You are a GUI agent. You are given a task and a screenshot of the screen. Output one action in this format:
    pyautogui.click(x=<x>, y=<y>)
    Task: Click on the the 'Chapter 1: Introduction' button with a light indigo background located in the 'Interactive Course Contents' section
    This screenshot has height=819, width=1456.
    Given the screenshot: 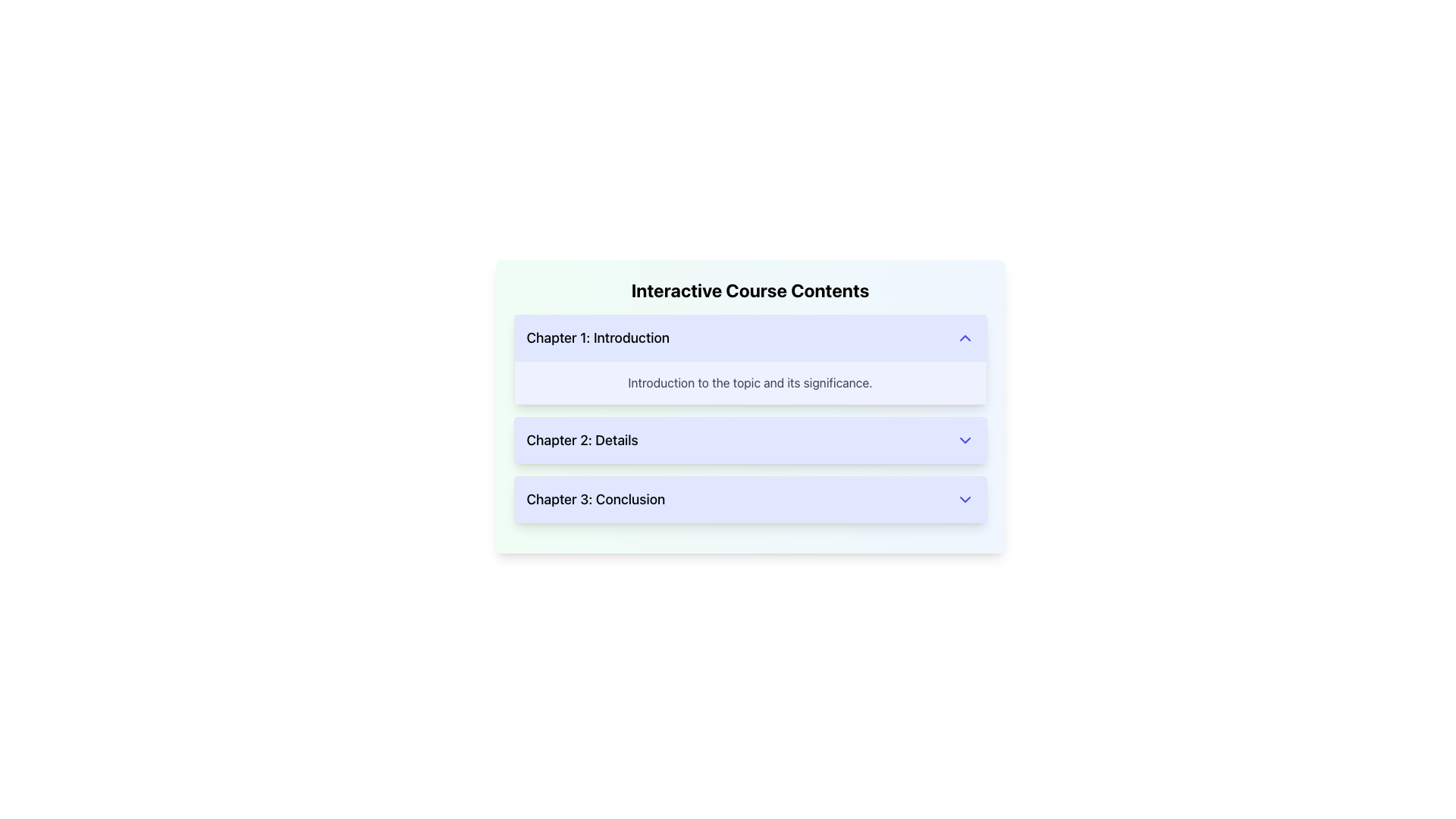 What is the action you would take?
    pyautogui.click(x=750, y=337)
    